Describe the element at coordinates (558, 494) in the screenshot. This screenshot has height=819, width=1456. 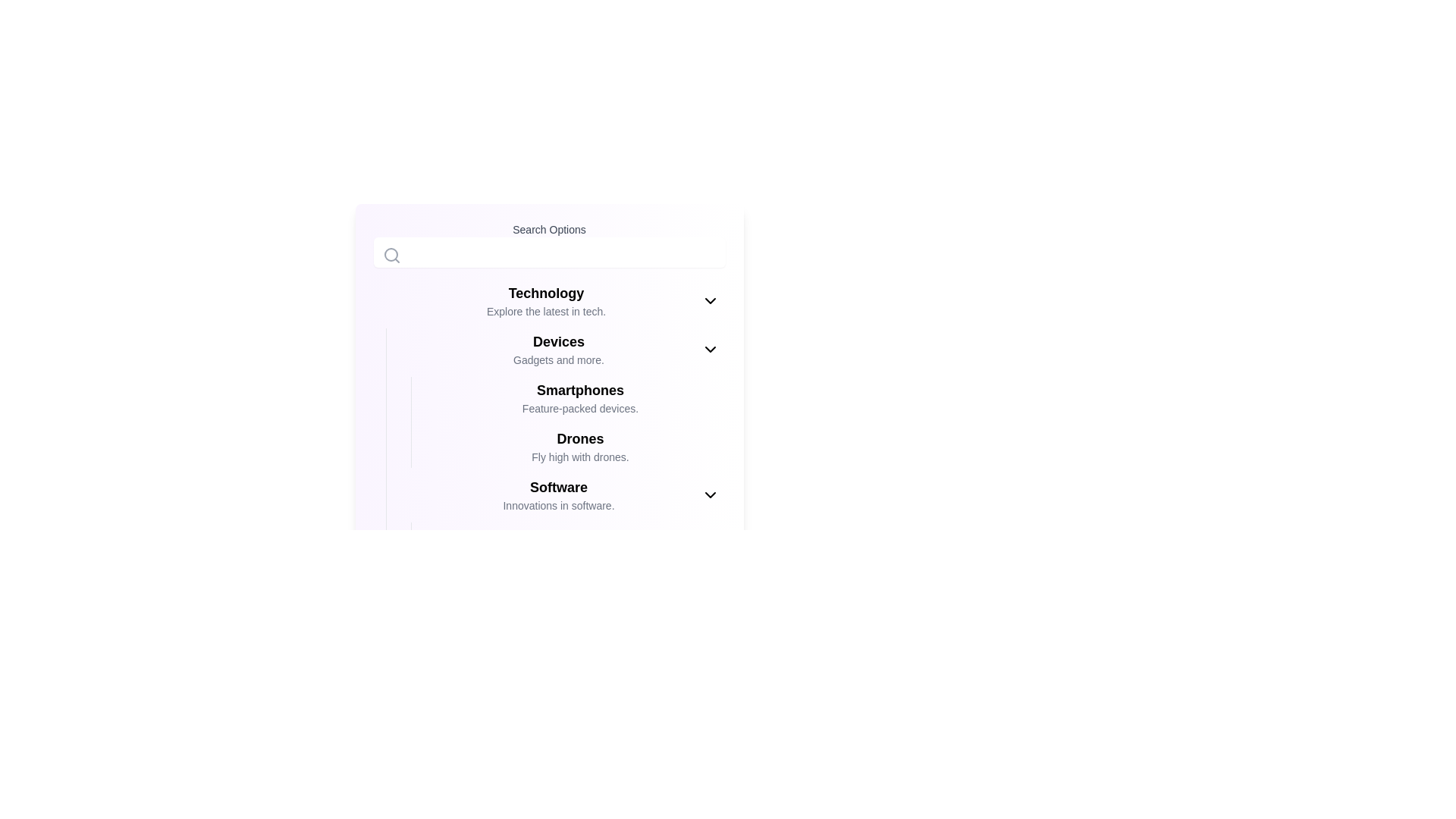
I see `the 'Software' text-based menu entry` at that location.